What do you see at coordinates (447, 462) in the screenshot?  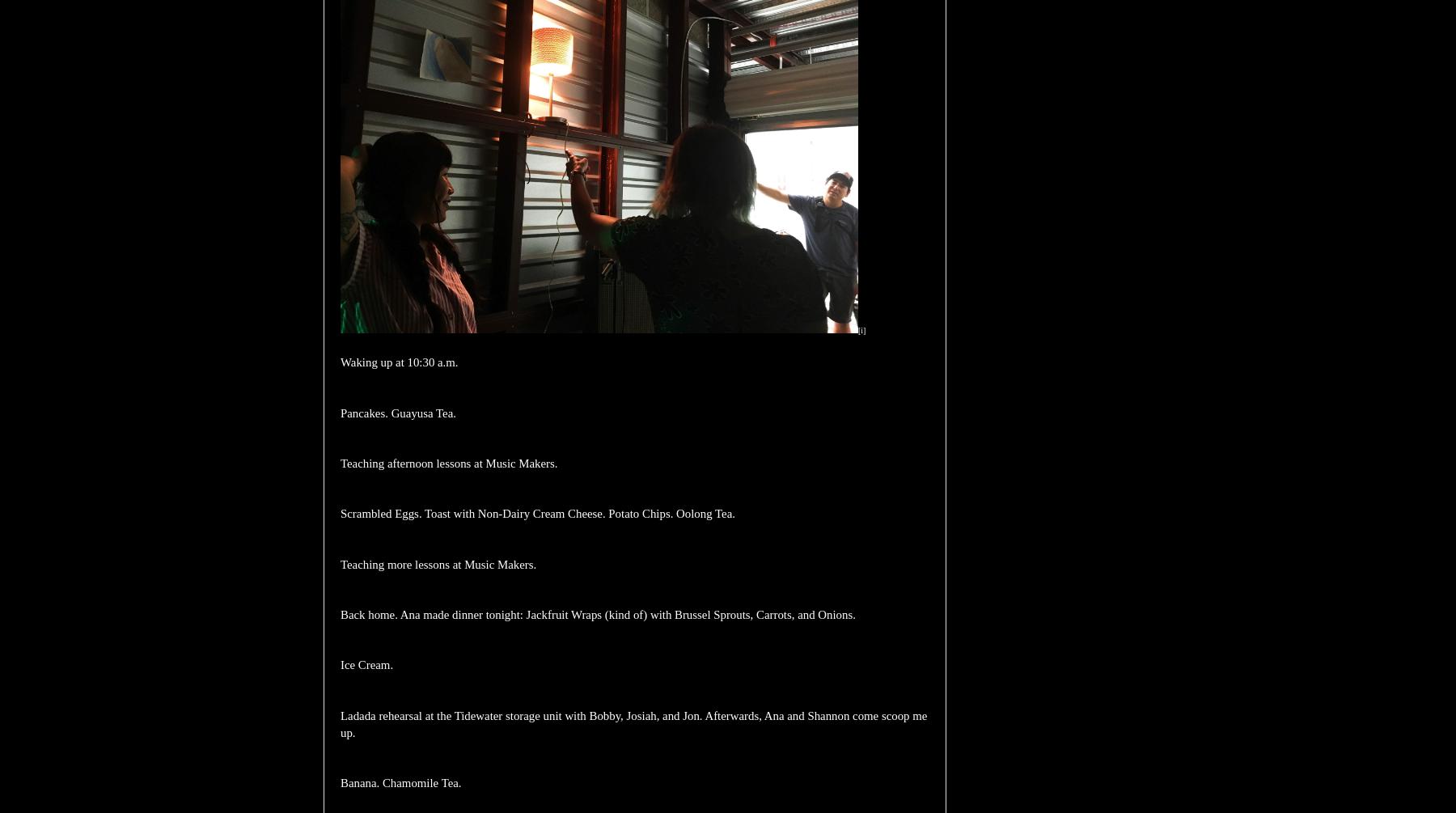 I see `'Teaching afternoon lessons at Music Makers.'` at bounding box center [447, 462].